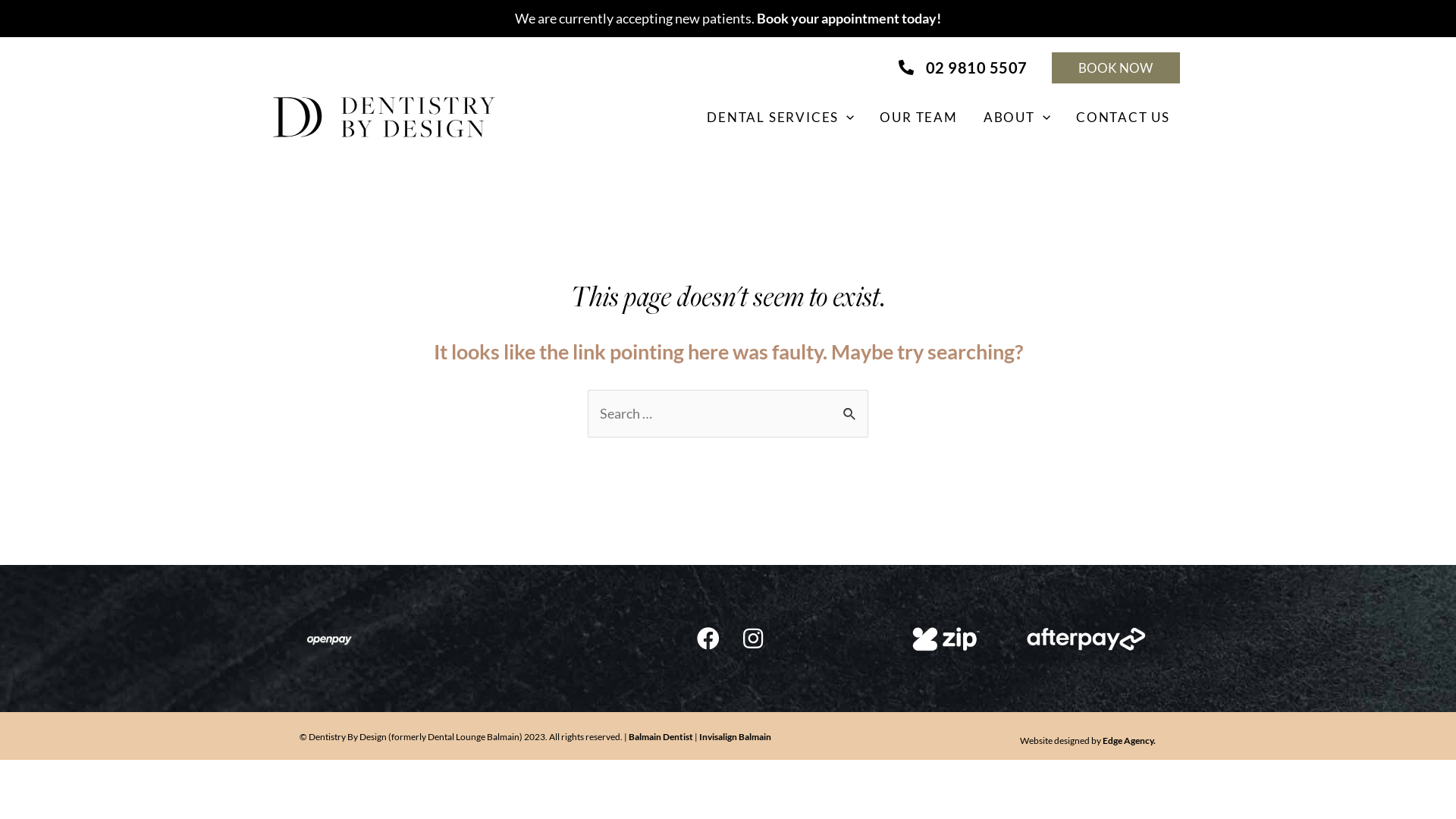  I want to click on 'Balmain Dentist', so click(629, 736).